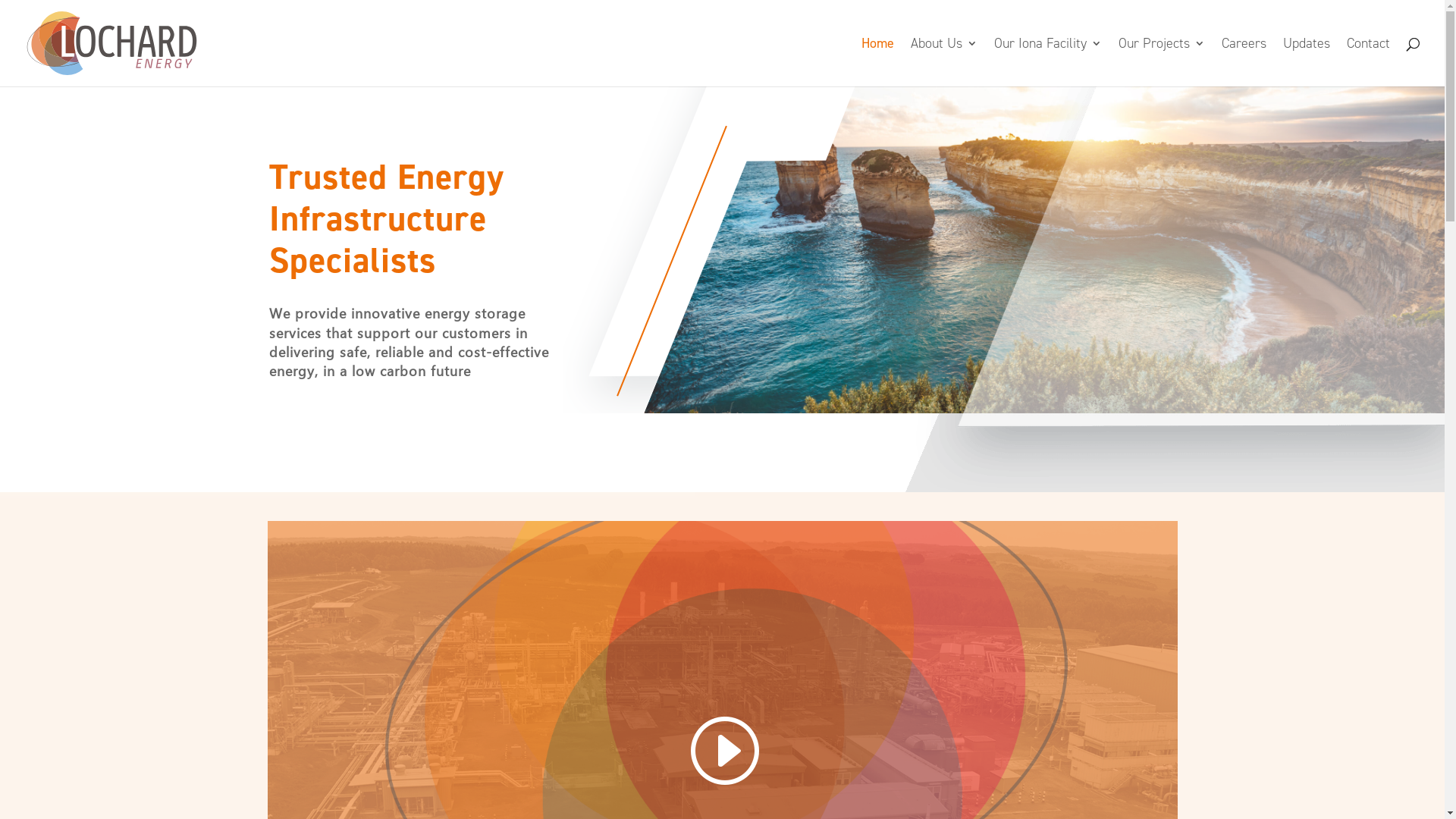 Image resolution: width=1456 pixels, height=819 pixels. Describe the element at coordinates (562, 249) in the screenshot. I see `'shutterstock_1106592248'` at that location.